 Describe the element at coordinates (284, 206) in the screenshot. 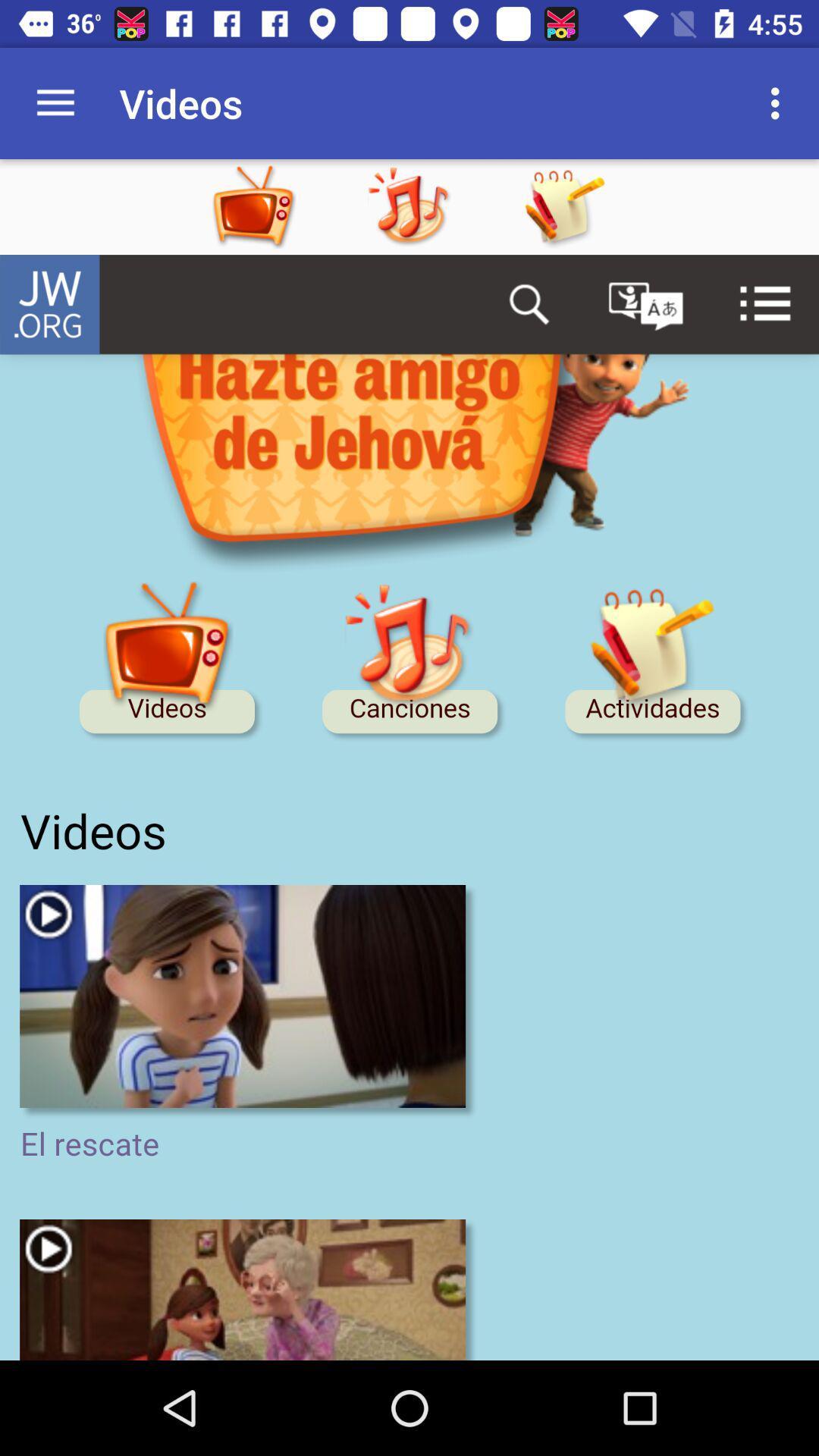

I see `videos` at that location.